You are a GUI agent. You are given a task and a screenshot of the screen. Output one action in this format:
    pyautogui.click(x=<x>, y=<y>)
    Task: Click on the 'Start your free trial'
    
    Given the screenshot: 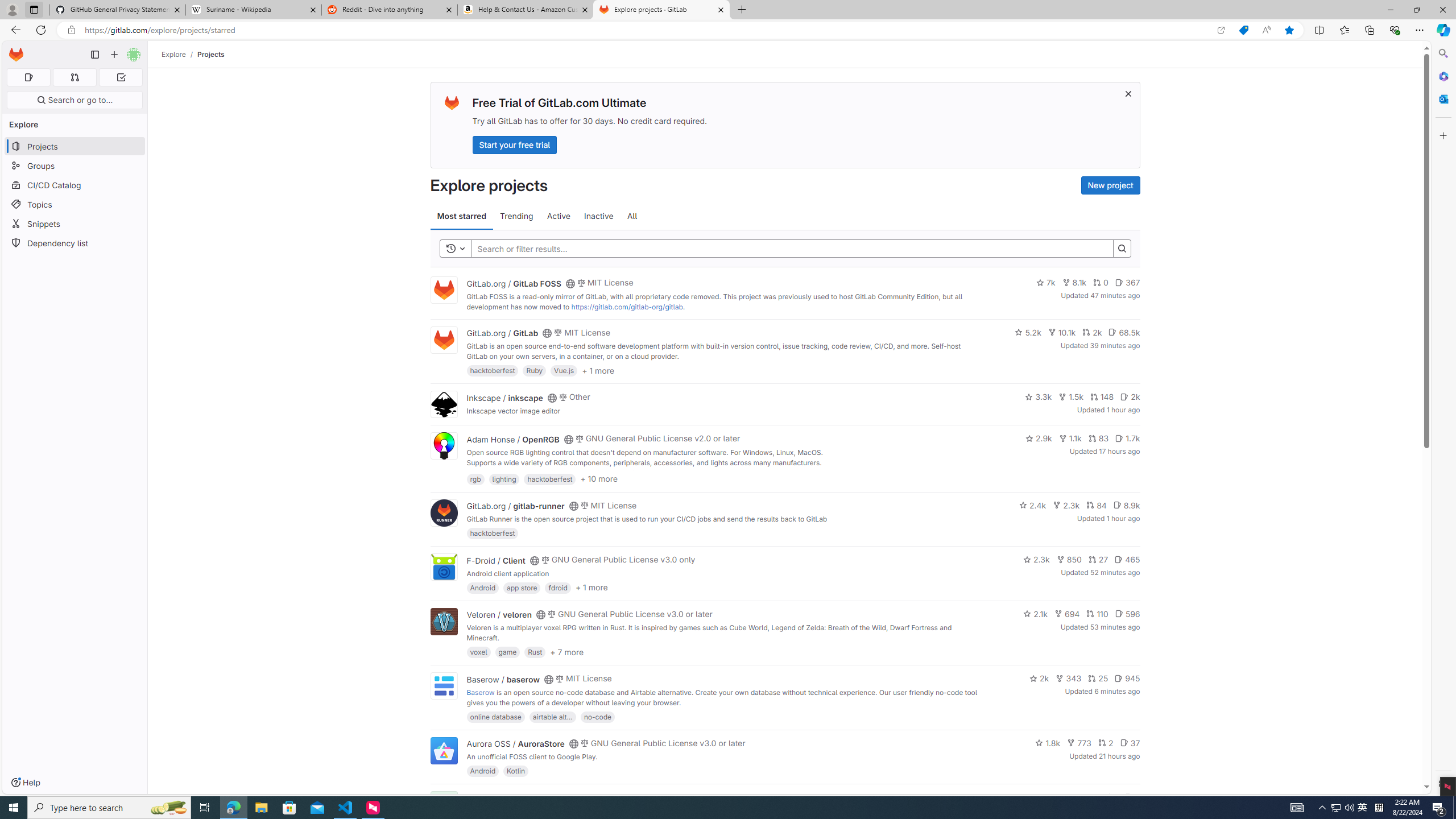 What is the action you would take?
    pyautogui.click(x=514, y=144)
    